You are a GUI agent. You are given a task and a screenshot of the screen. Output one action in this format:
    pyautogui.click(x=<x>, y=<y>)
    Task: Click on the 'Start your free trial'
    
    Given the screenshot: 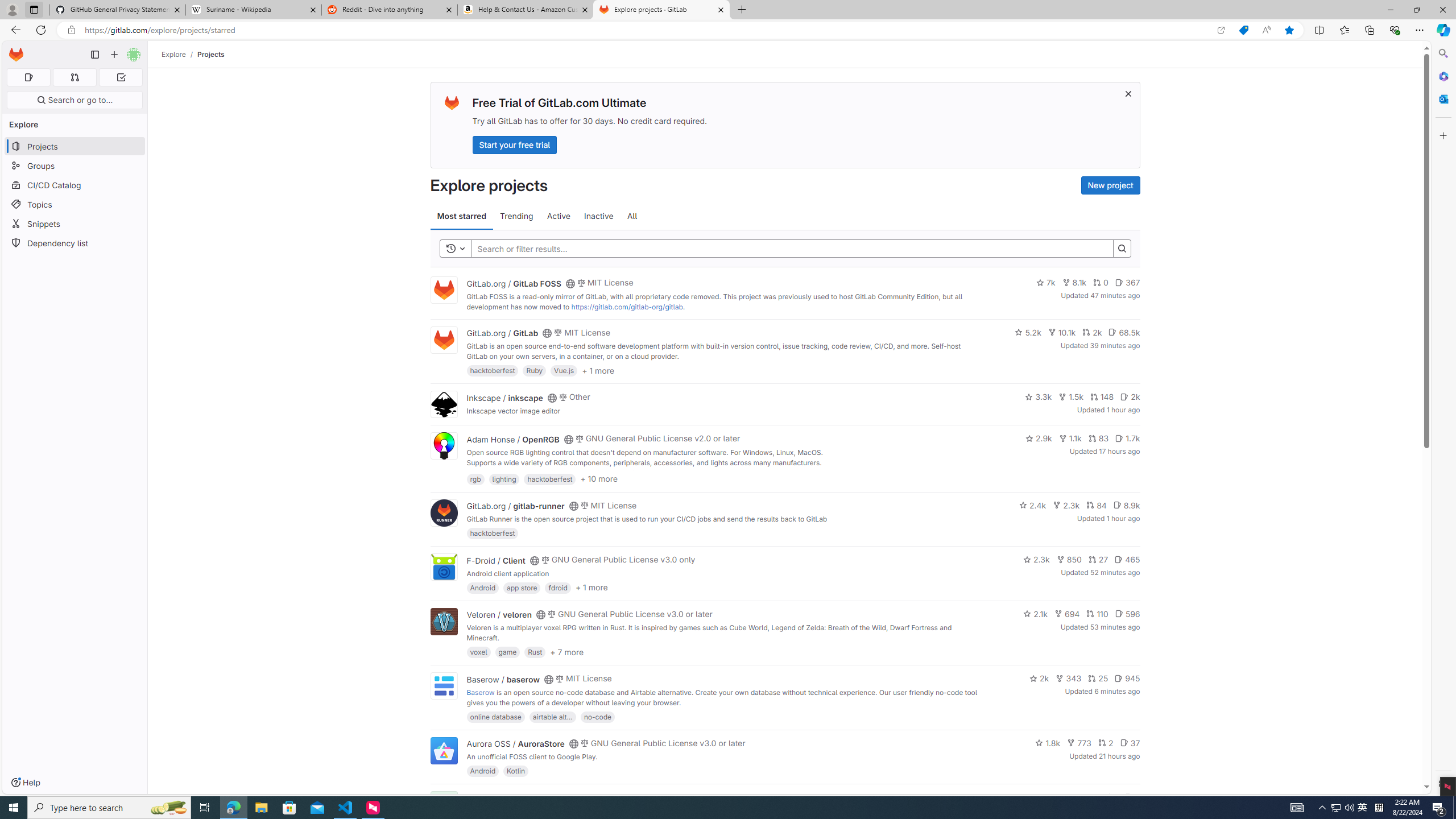 What is the action you would take?
    pyautogui.click(x=514, y=144)
    